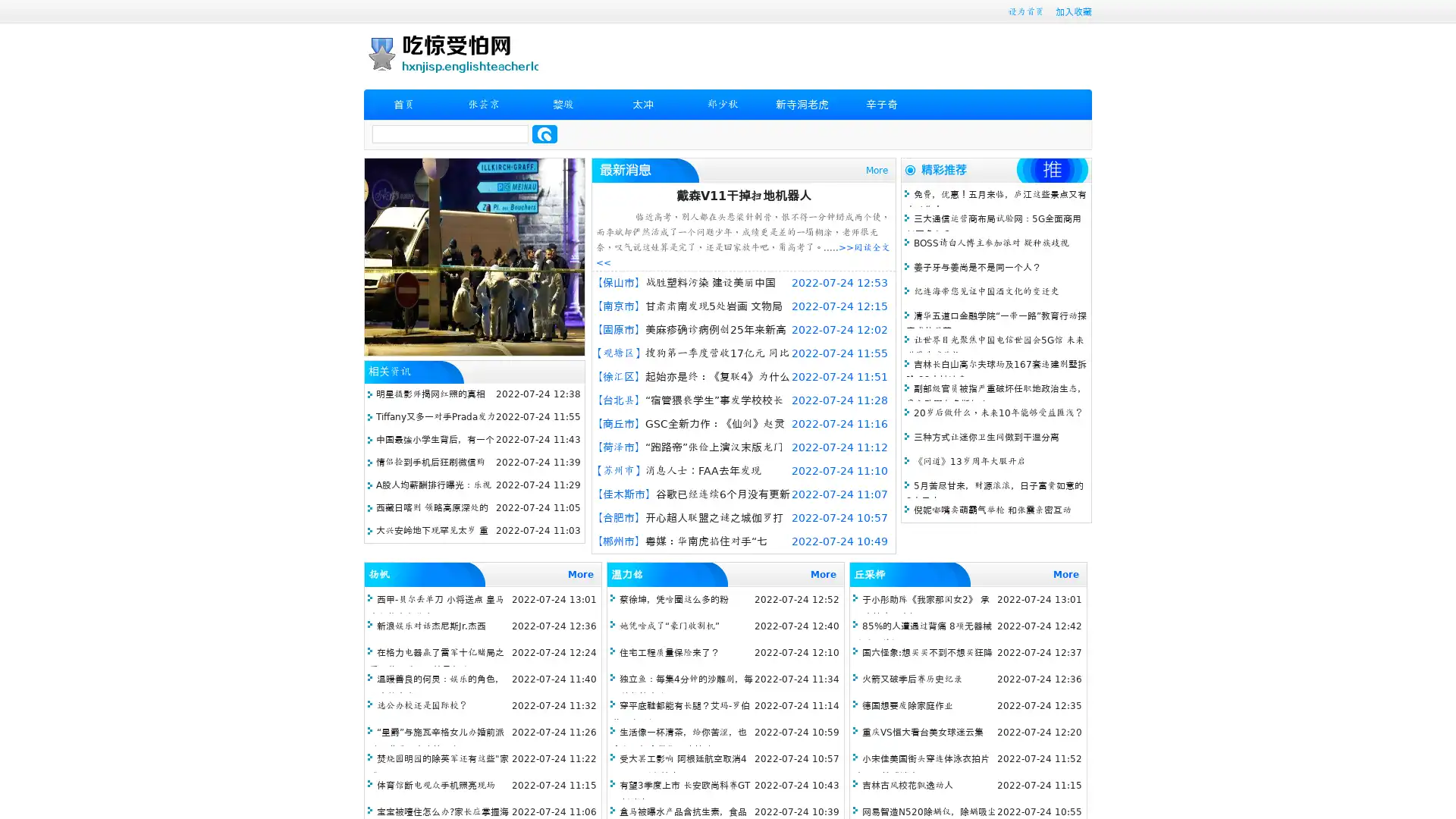 The width and height of the screenshot is (1456, 819). What do you see at coordinates (544, 133) in the screenshot?
I see `Search` at bounding box center [544, 133].